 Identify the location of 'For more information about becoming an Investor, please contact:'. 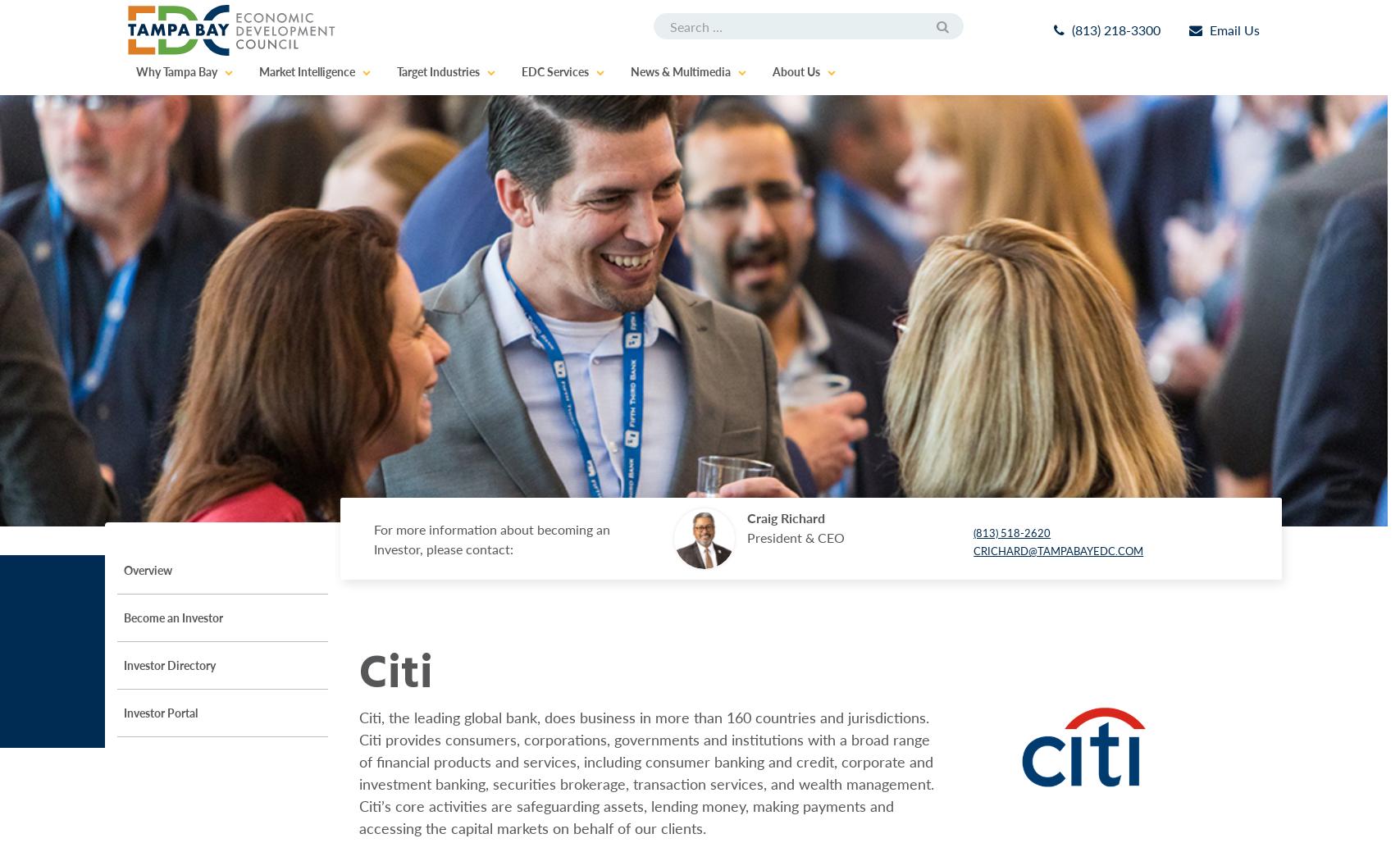
(492, 538).